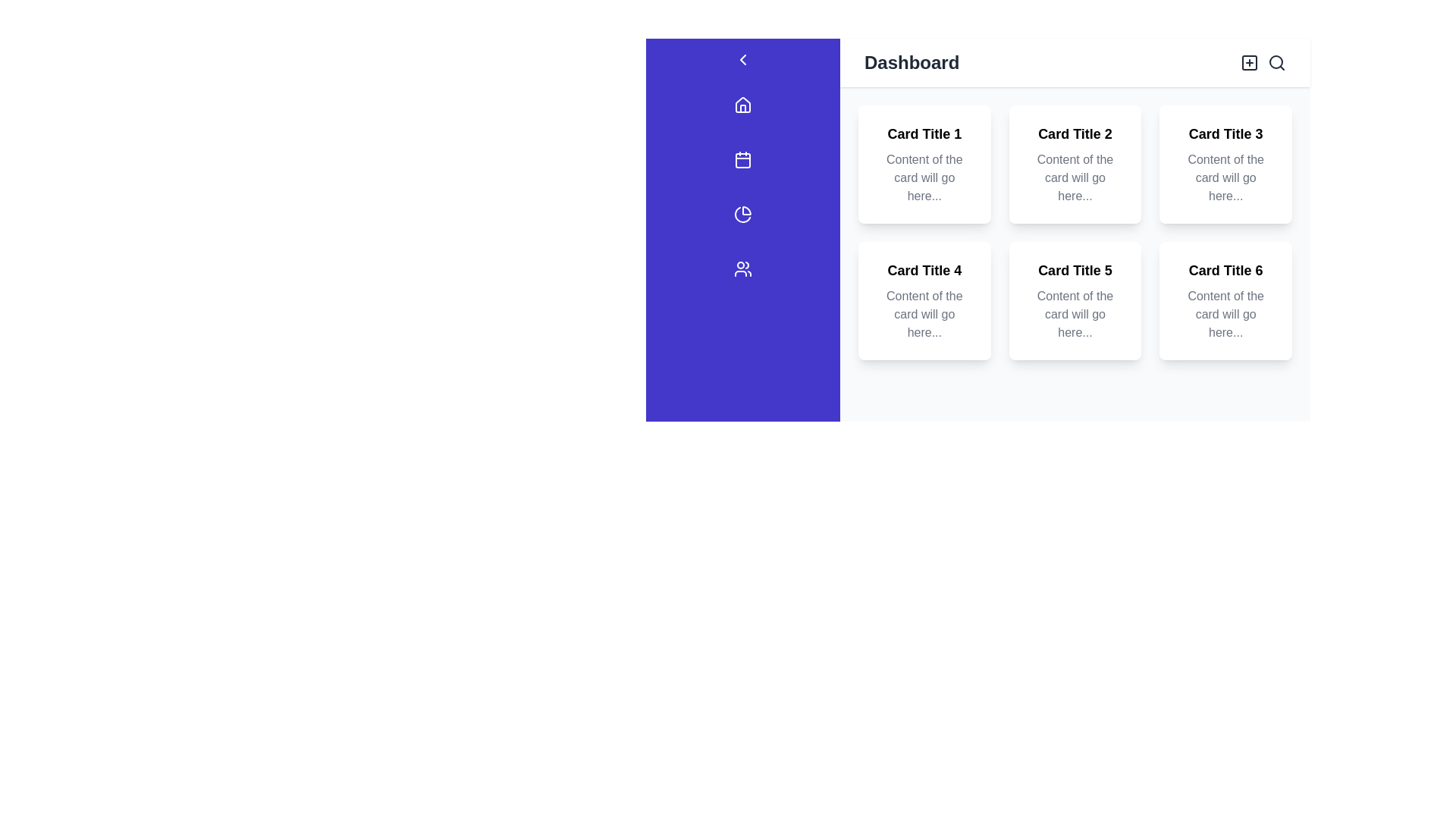 The image size is (1456, 819). Describe the element at coordinates (1074, 177) in the screenshot. I see `the static text element located below the title of 'Card Title 2' in the second card of the 3x2 grid layout` at that location.